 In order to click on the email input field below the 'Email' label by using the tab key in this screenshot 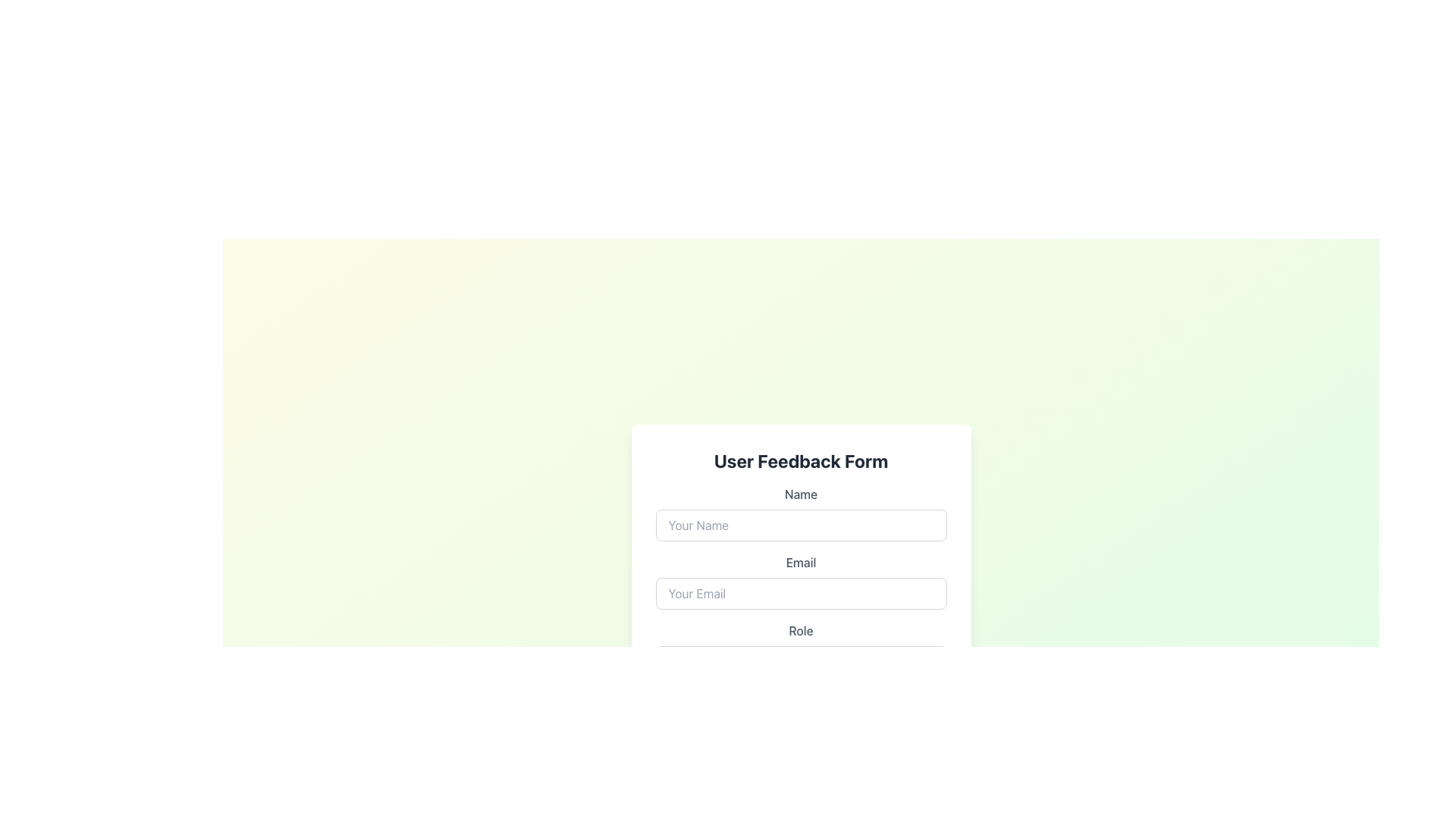, I will do `click(800, 593)`.